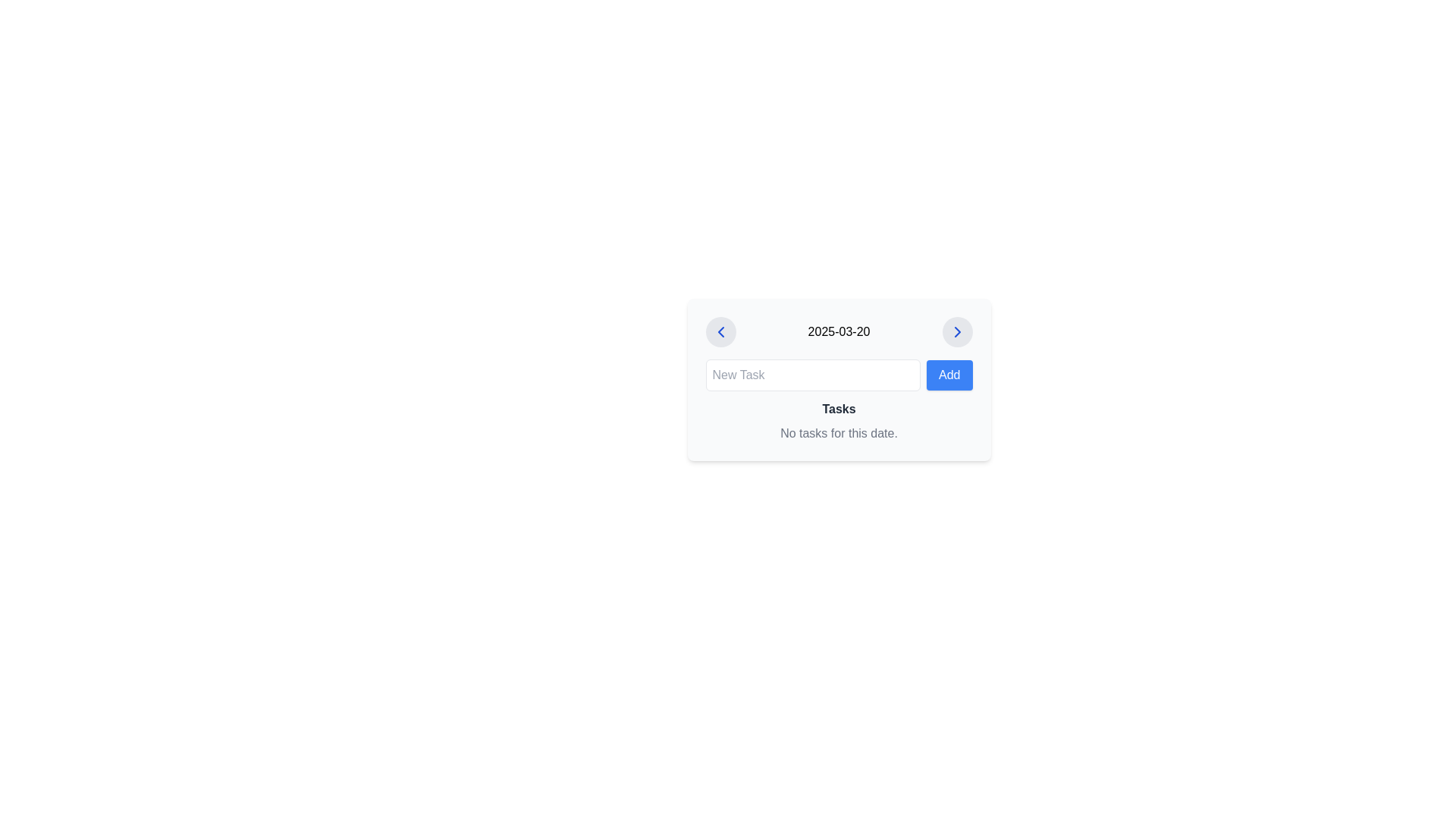  Describe the element at coordinates (838, 375) in the screenshot. I see `the input field or the 'Add' button located in the horizontal layout beneath the date display '2025-03-20'` at that location.